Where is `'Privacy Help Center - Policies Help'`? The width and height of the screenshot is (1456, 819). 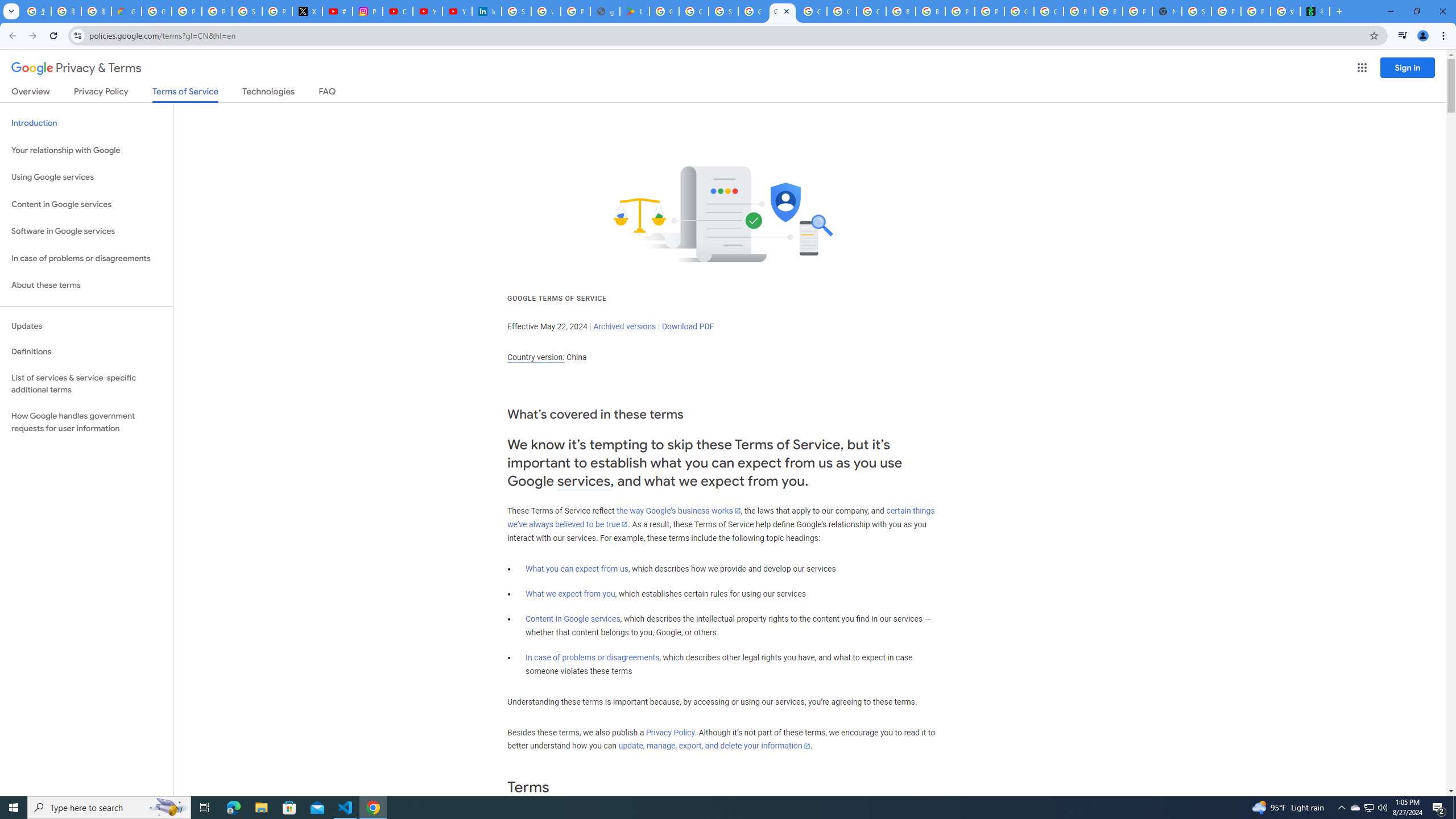 'Privacy Help Center - Policies Help' is located at coordinates (216, 11).